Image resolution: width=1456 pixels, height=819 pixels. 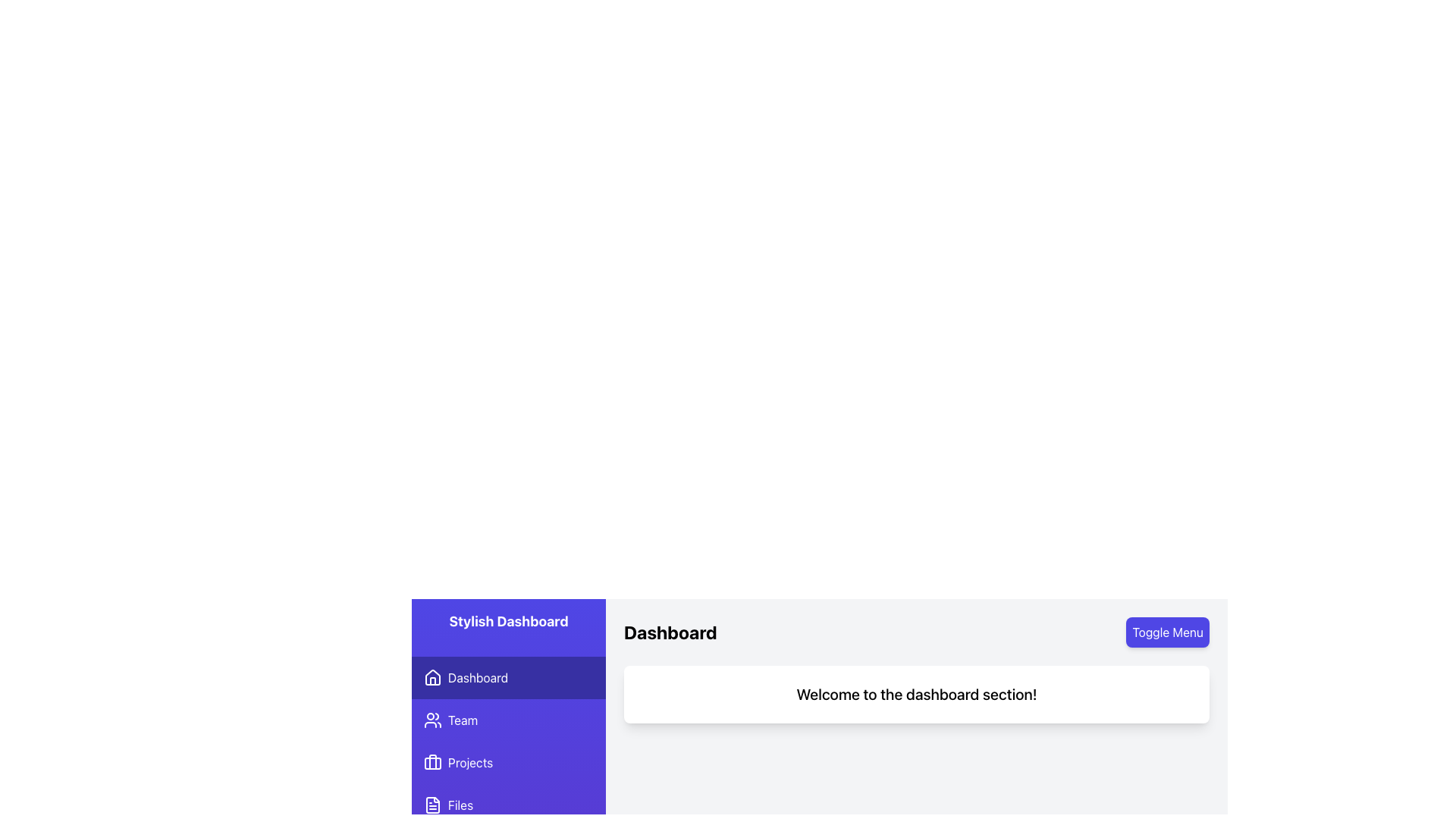 What do you see at coordinates (469, 763) in the screenshot?
I see `the text label displaying 'Projects' in white font on a purple background in the vertical navigation menu` at bounding box center [469, 763].